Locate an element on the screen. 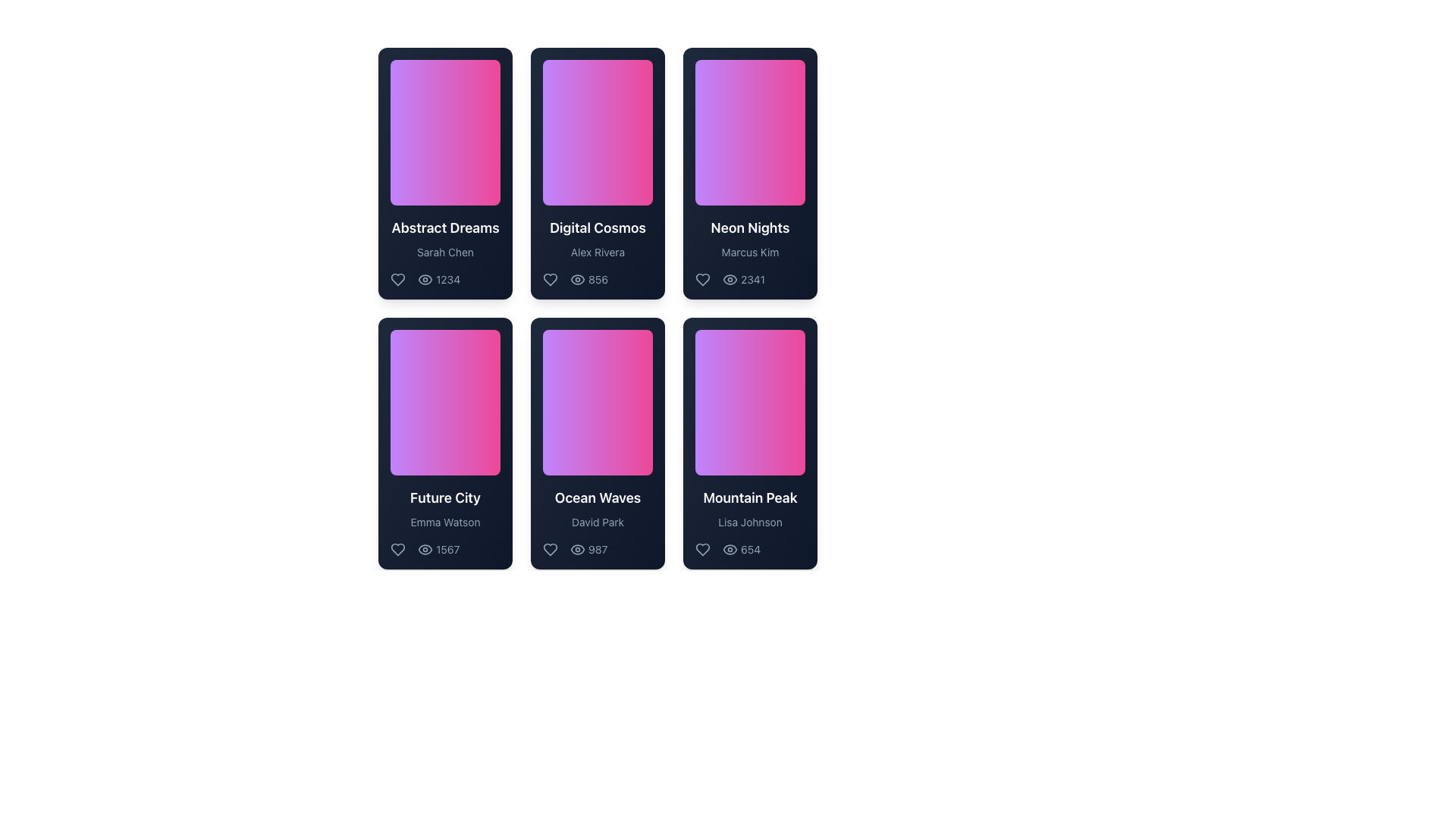  the eye icon located at the bottom-right corner of the 'Mountain Peak' card, which represents the view metric is located at coordinates (730, 550).